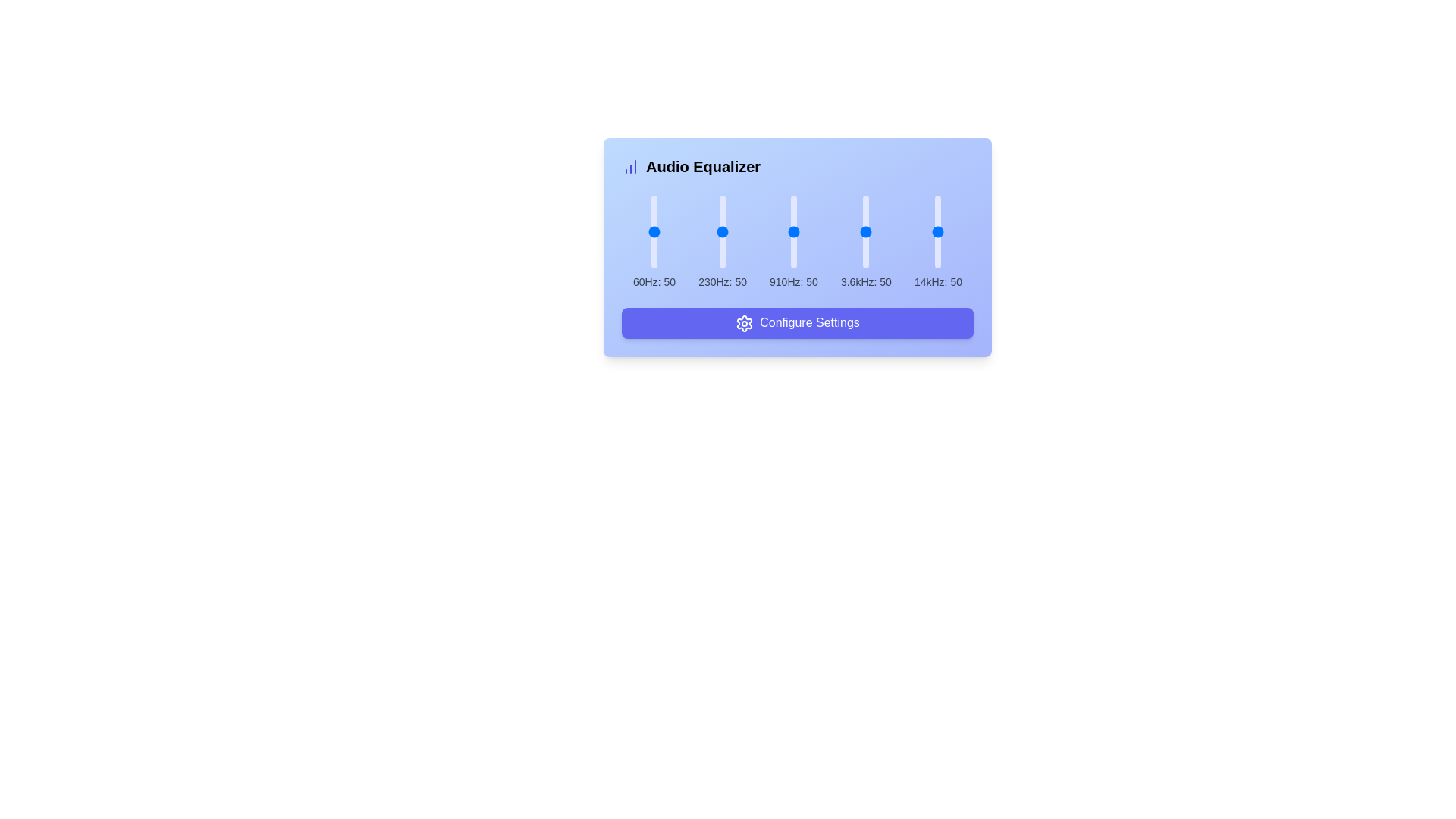 This screenshot has height=819, width=1456. Describe the element at coordinates (866, 263) in the screenshot. I see `the 3.6kHz audio equalizer slider` at that location.